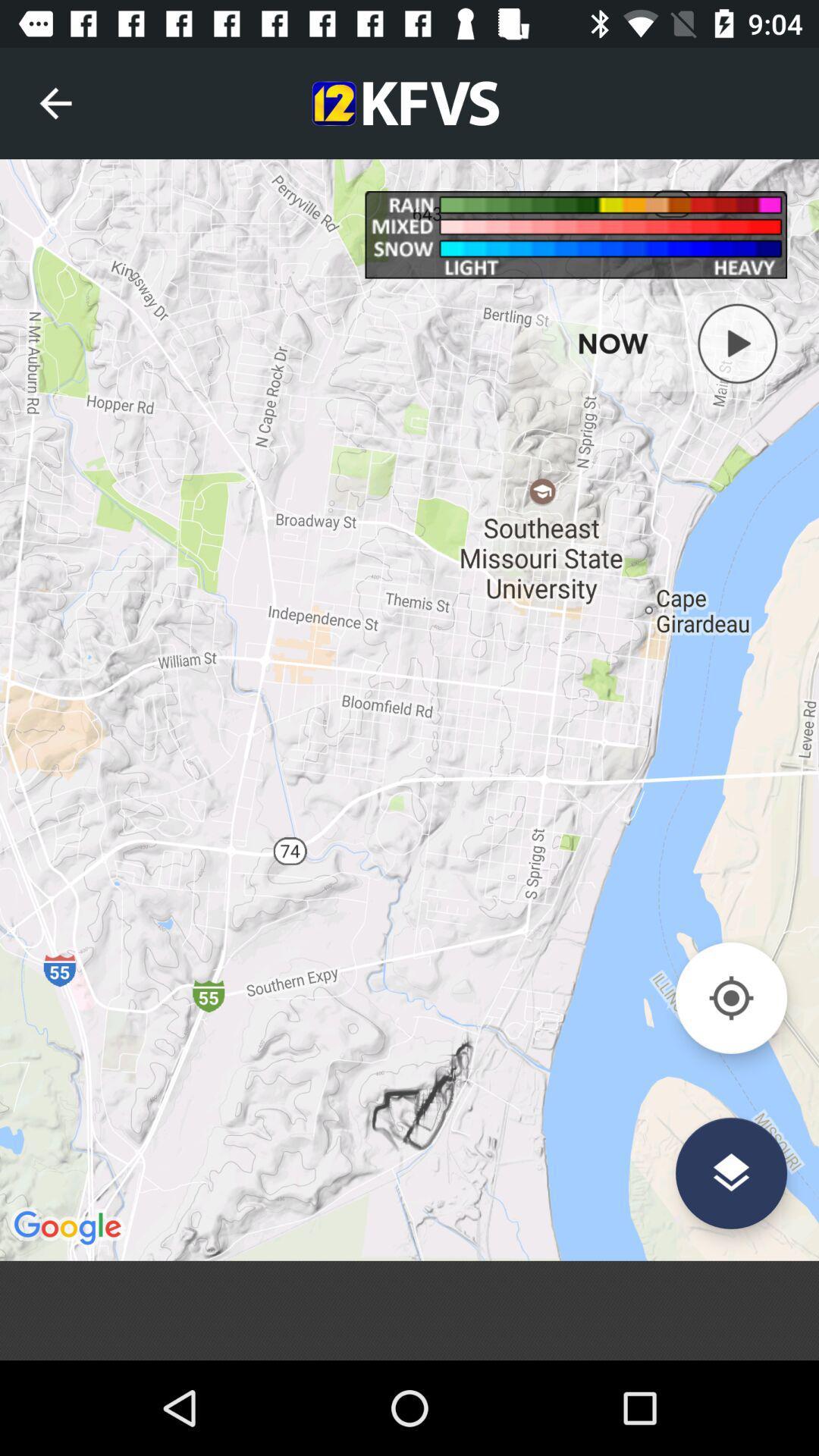 The height and width of the screenshot is (1456, 819). What do you see at coordinates (730, 998) in the screenshot?
I see `show your location` at bounding box center [730, 998].